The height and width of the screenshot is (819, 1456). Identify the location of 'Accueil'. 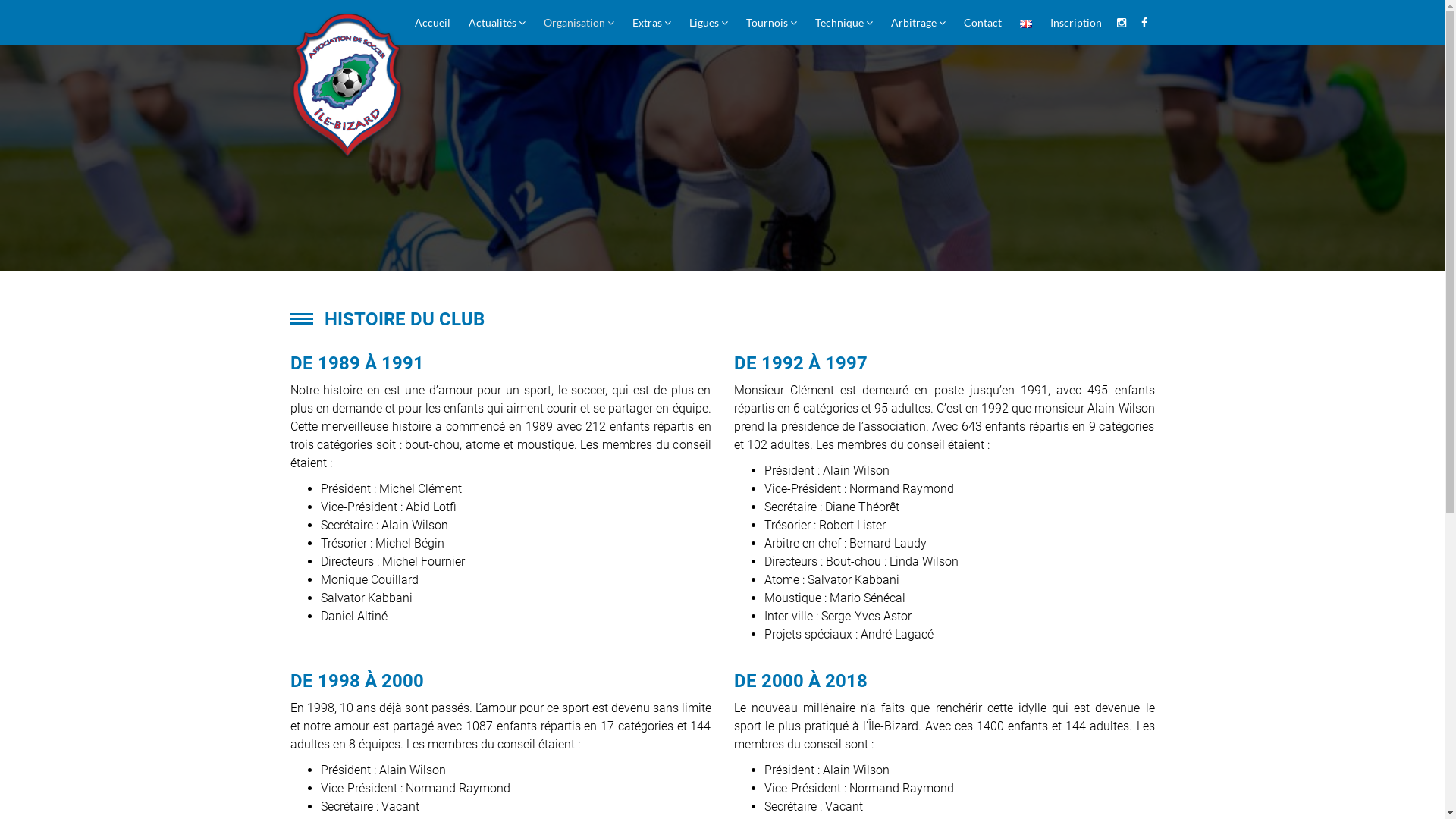
(431, 23).